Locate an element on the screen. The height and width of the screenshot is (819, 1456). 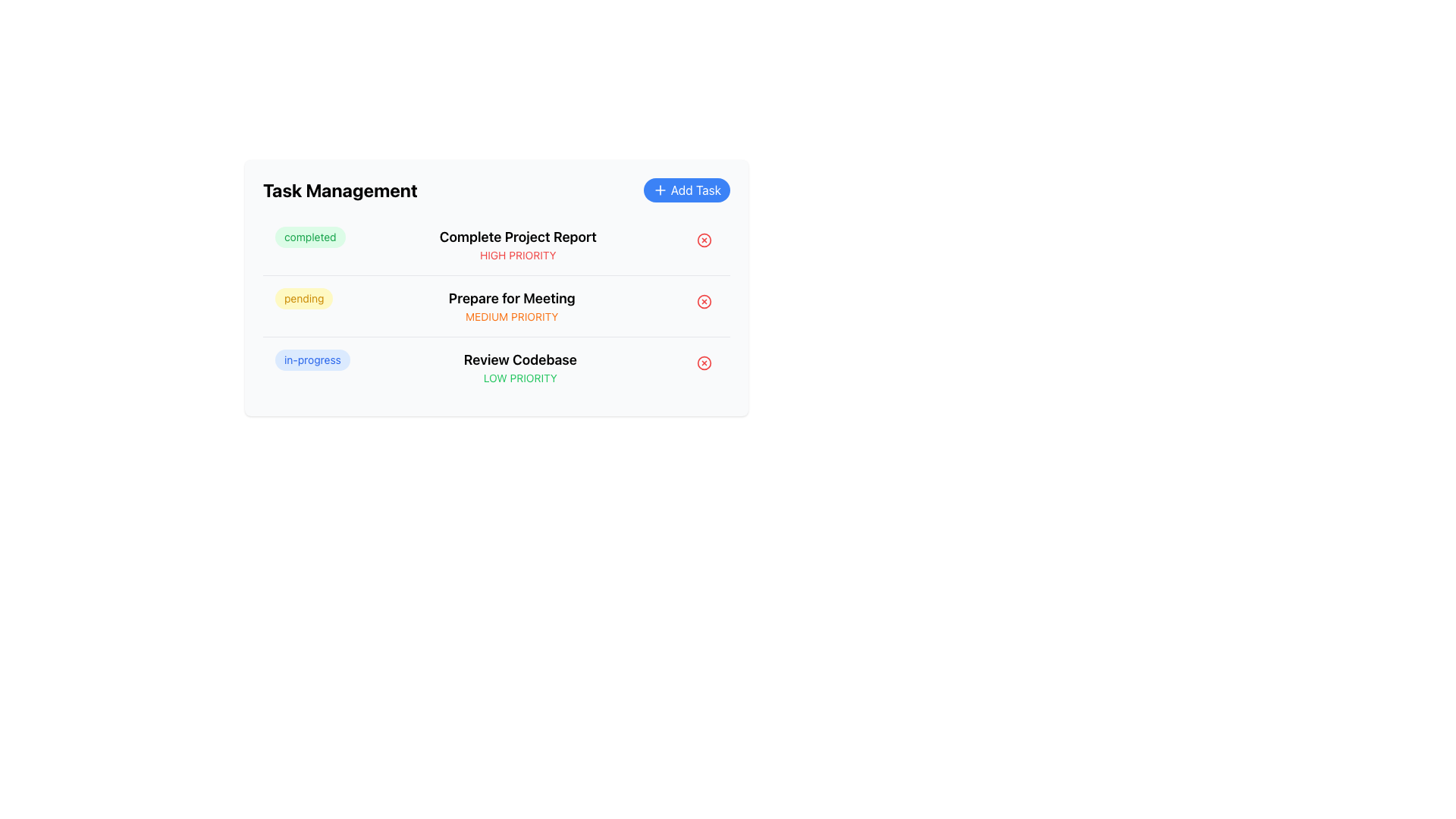
task title 'Complete Project Report' and its priority status 'HIGH PRIORITY' from the Text Display Component located in the second row of the task list module within the 'completed' category is located at coordinates (518, 244).